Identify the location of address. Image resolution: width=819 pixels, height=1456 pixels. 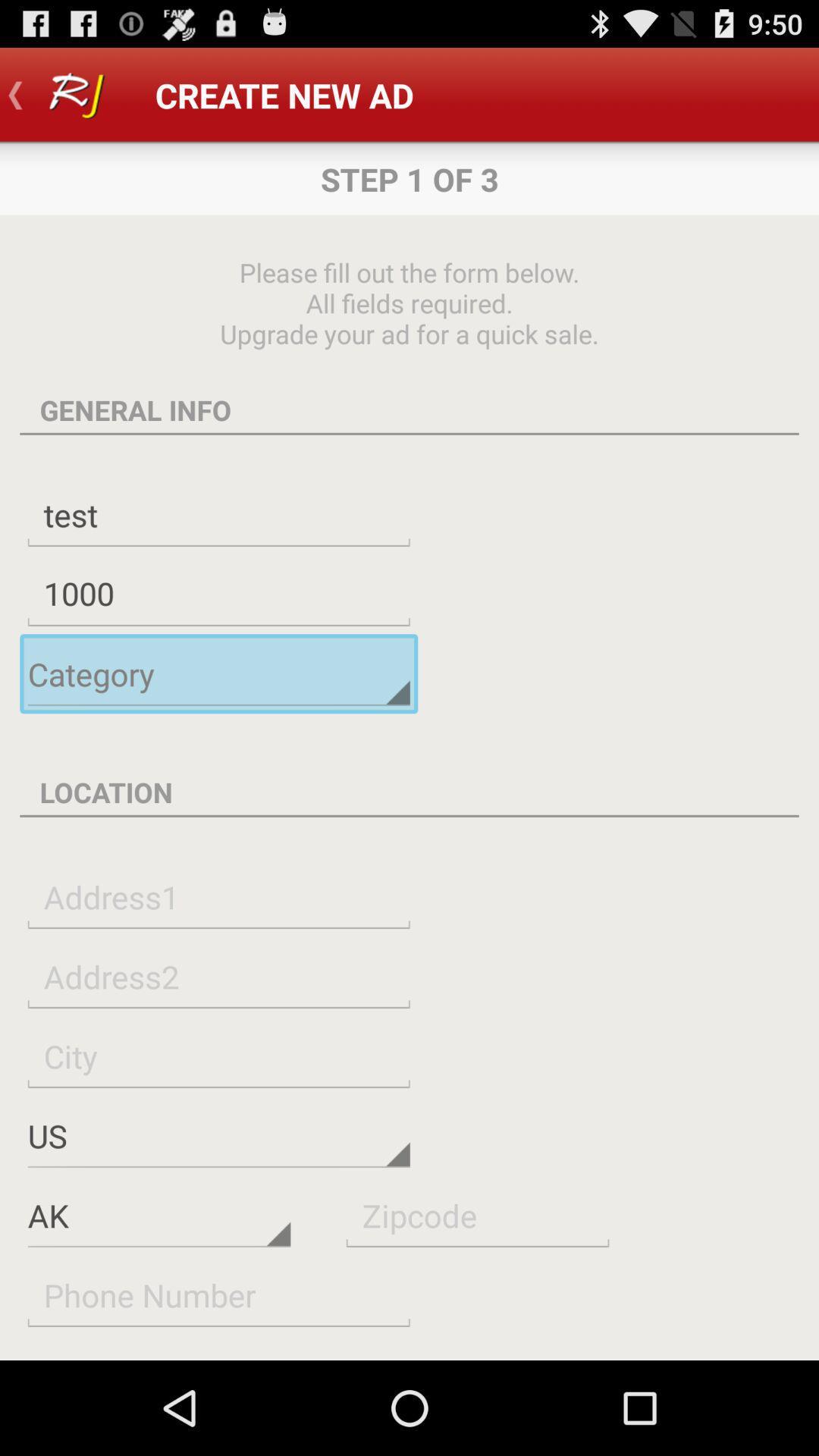
(218, 896).